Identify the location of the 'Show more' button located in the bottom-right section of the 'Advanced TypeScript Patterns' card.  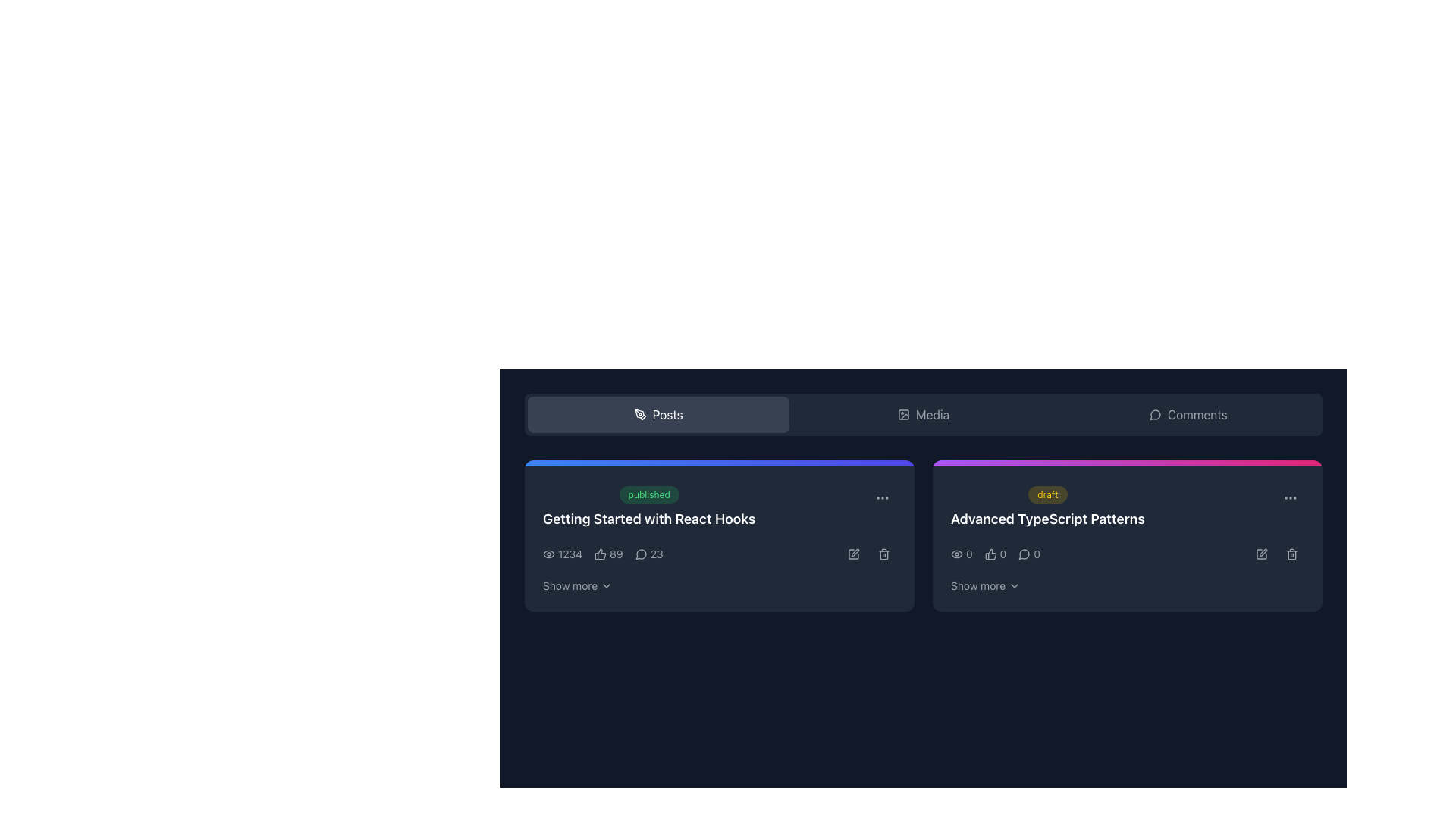
(986, 585).